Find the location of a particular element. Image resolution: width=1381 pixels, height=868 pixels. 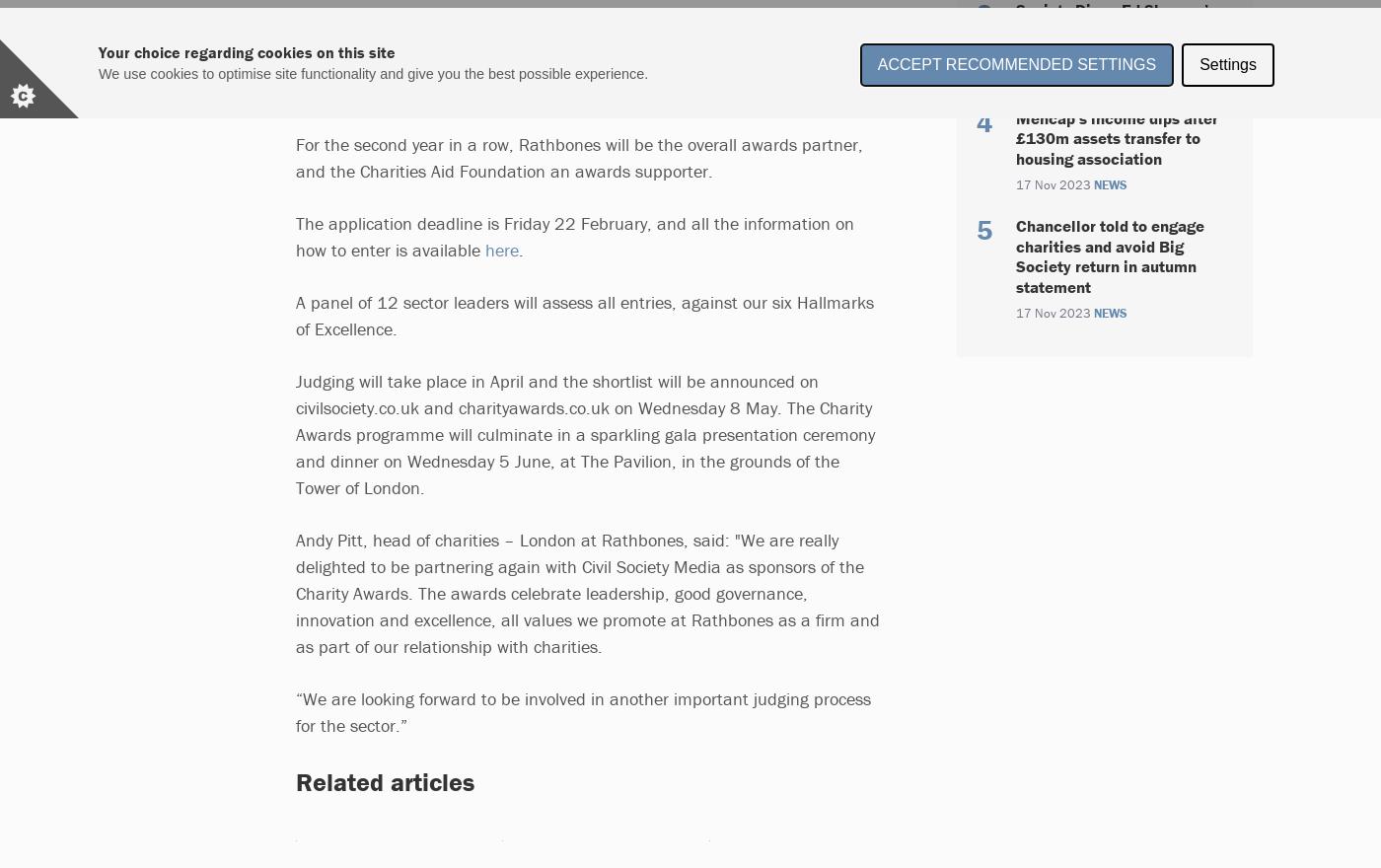

'.' is located at coordinates (524, 249).